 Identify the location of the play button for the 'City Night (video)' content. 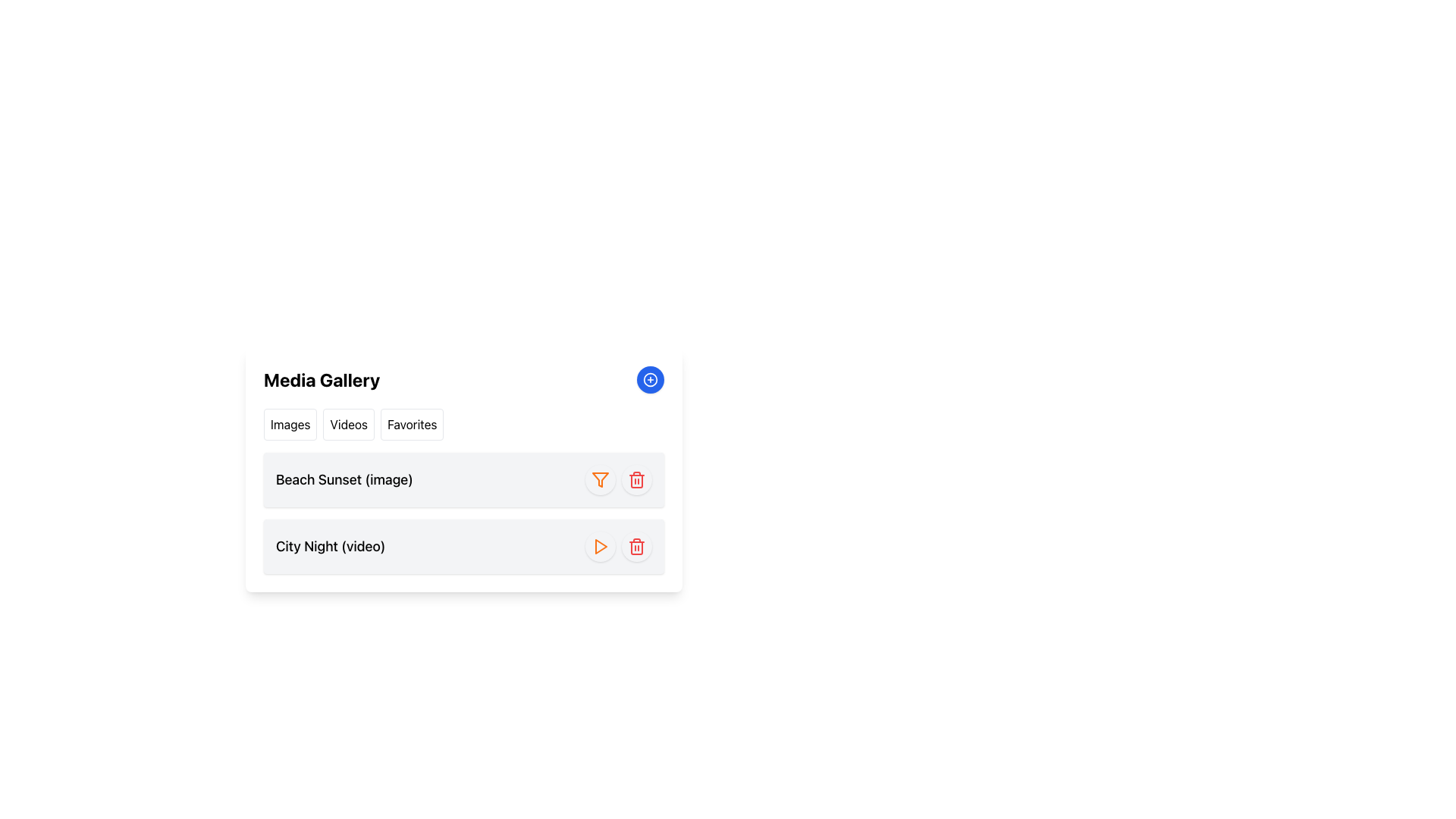
(600, 547).